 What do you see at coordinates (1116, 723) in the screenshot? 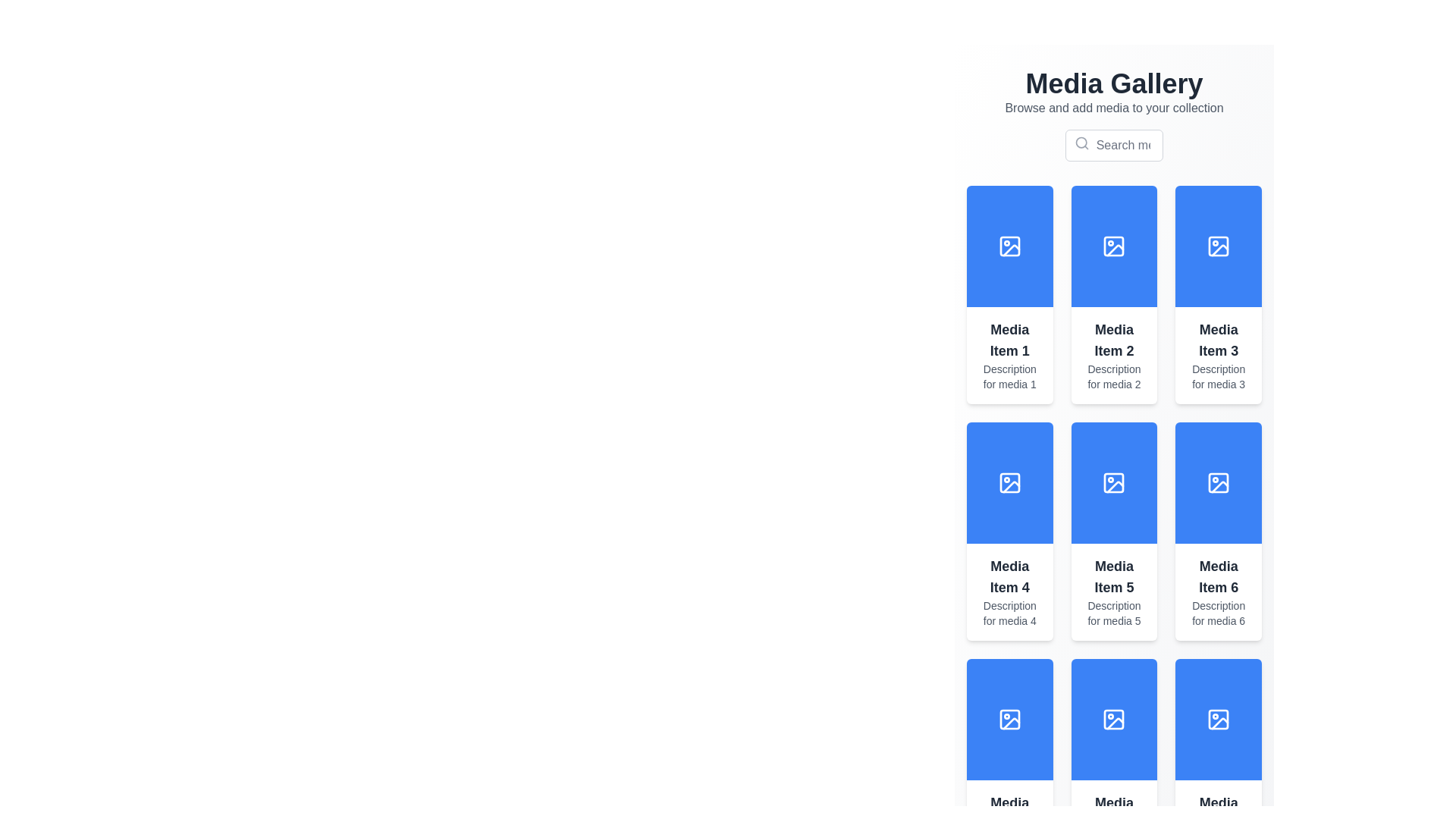
I see `the icon representing an image or media item, which features a line-drawn depiction of a landscape with mountains and a sun, located in the sixth column of the second row from the bottom on a blue background` at bounding box center [1116, 723].